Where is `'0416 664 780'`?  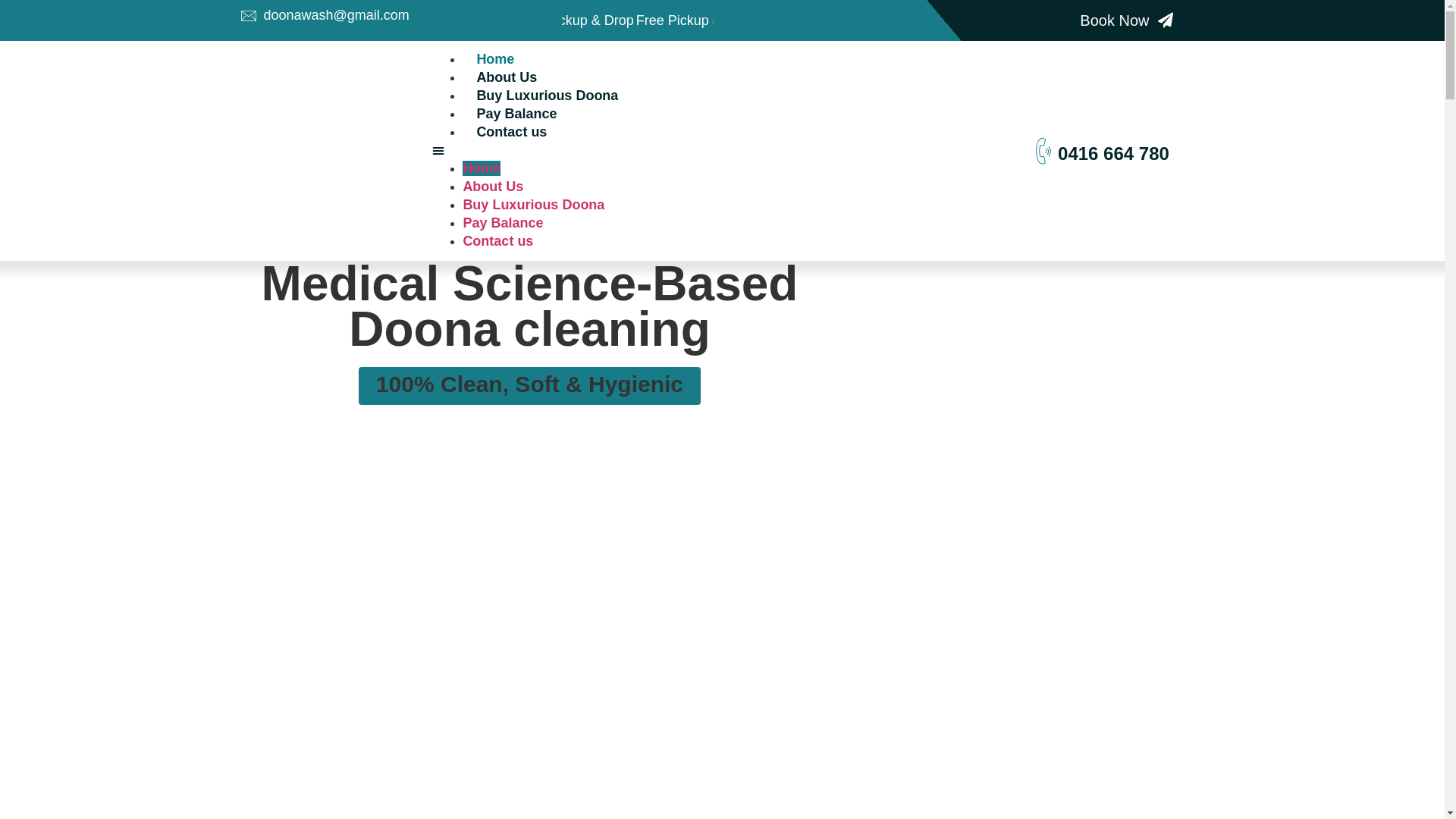 '0416 664 780' is located at coordinates (1113, 153).